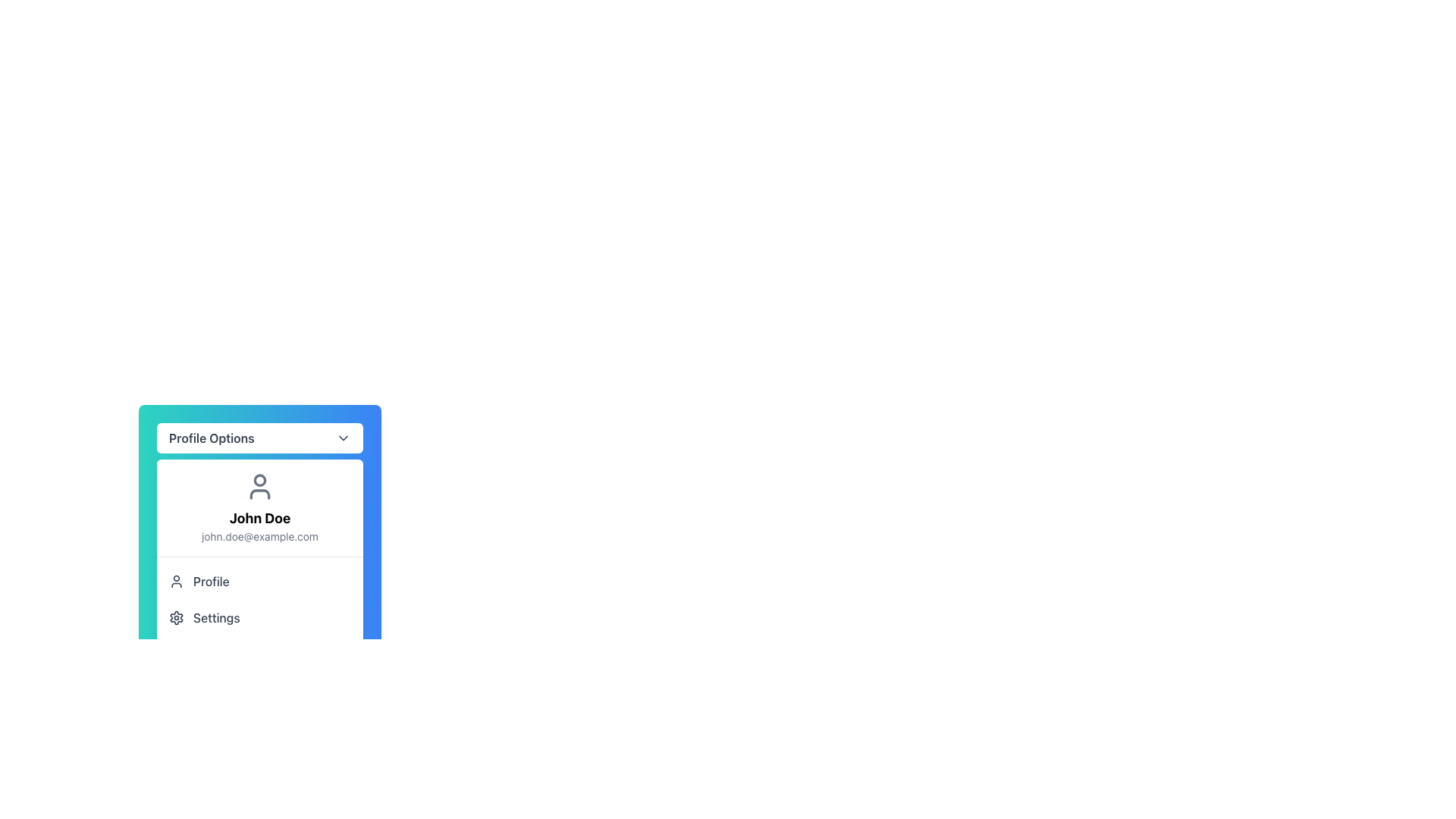 This screenshot has height=819, width=1456. What do you see at coordinates (210, 581) in the screenshot?
I see `the profile-related Text label, which is positioned to the right of a person icon and serves` at bounding box center [210, 581].